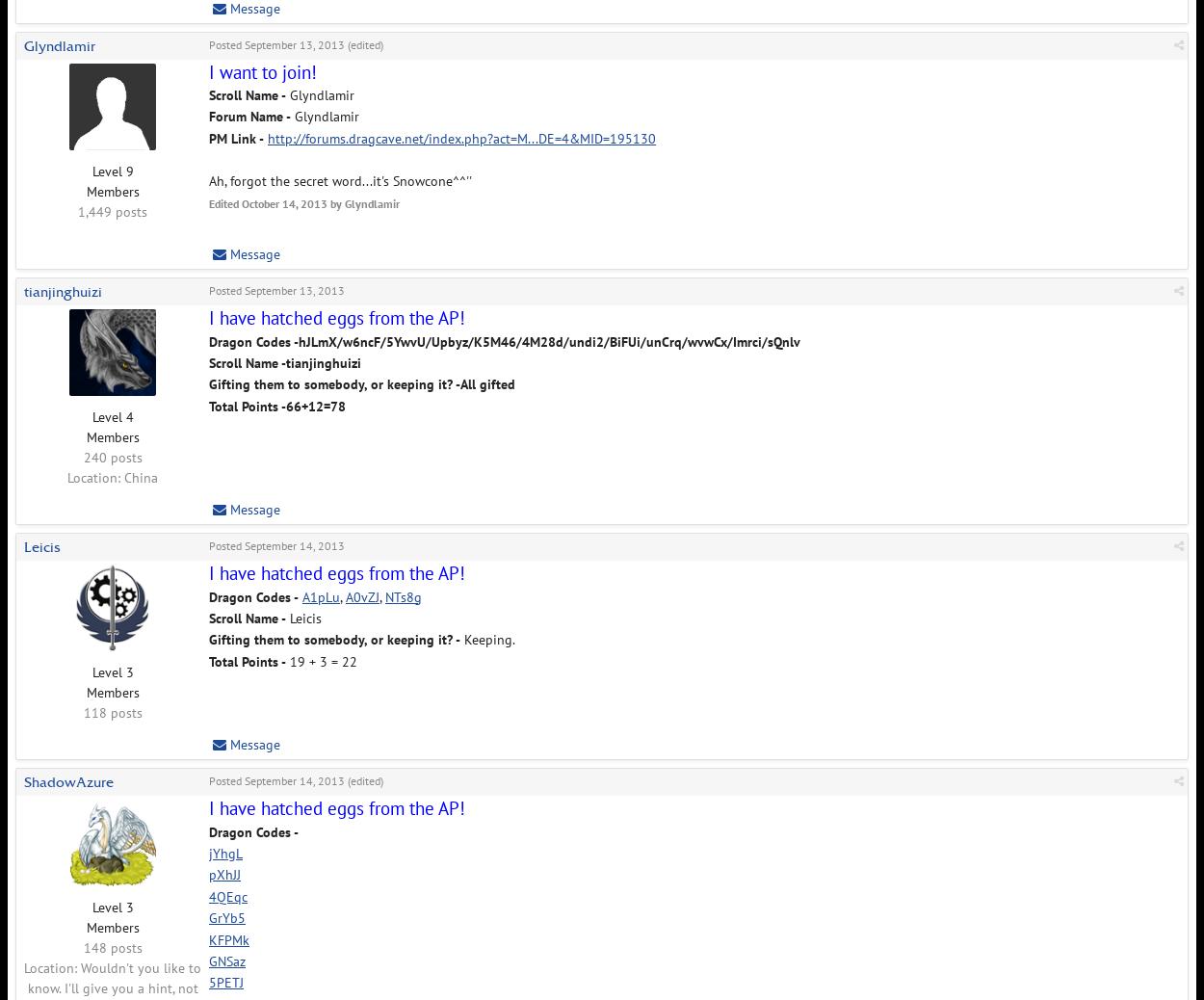 This screenshot has width=1204, height=1000. What do you see at coordinates (404, 594) in the screenshot?
I see `'NTs8g'` at bounding box center [404, 594].